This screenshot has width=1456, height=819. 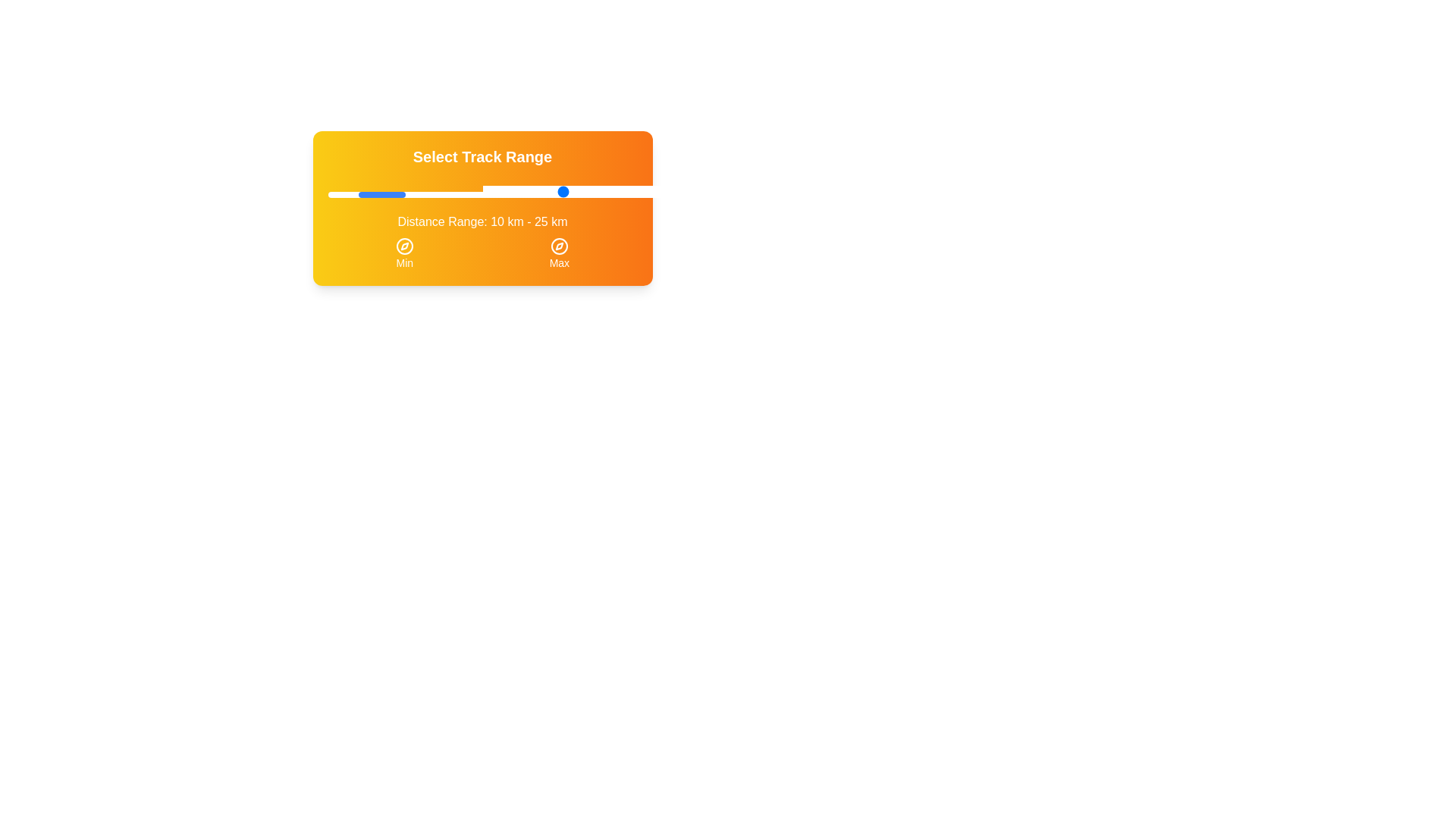 What do you see at coordinates (558, 245) in the screenshot?
I see `the icon located in the lower right corner of the orange card, which is associated with the 'Max' label and positioned above the text 'Max'` at bounding box center [558, 245].